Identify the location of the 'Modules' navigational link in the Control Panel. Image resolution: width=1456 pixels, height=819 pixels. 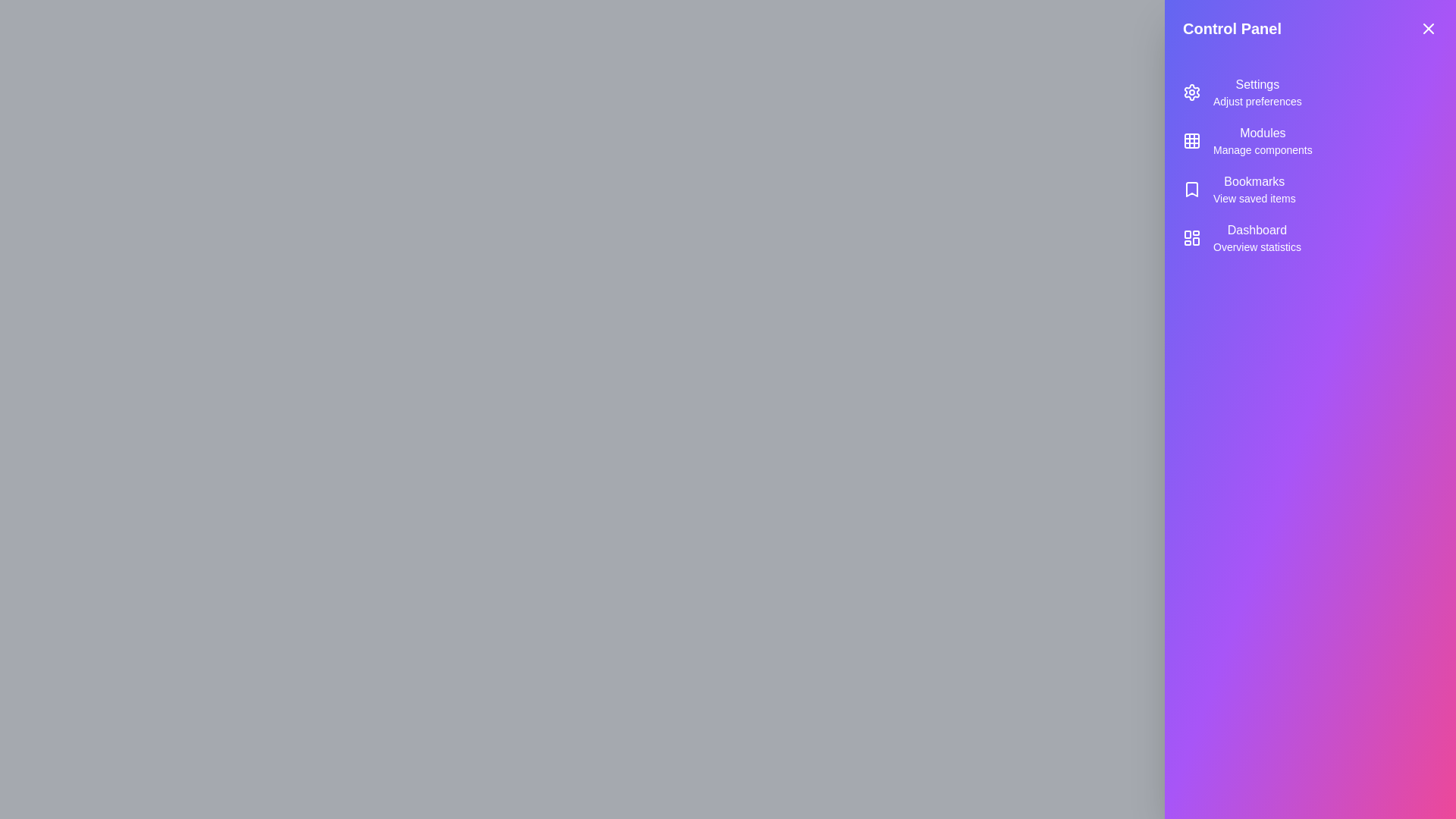
(1263, 140).